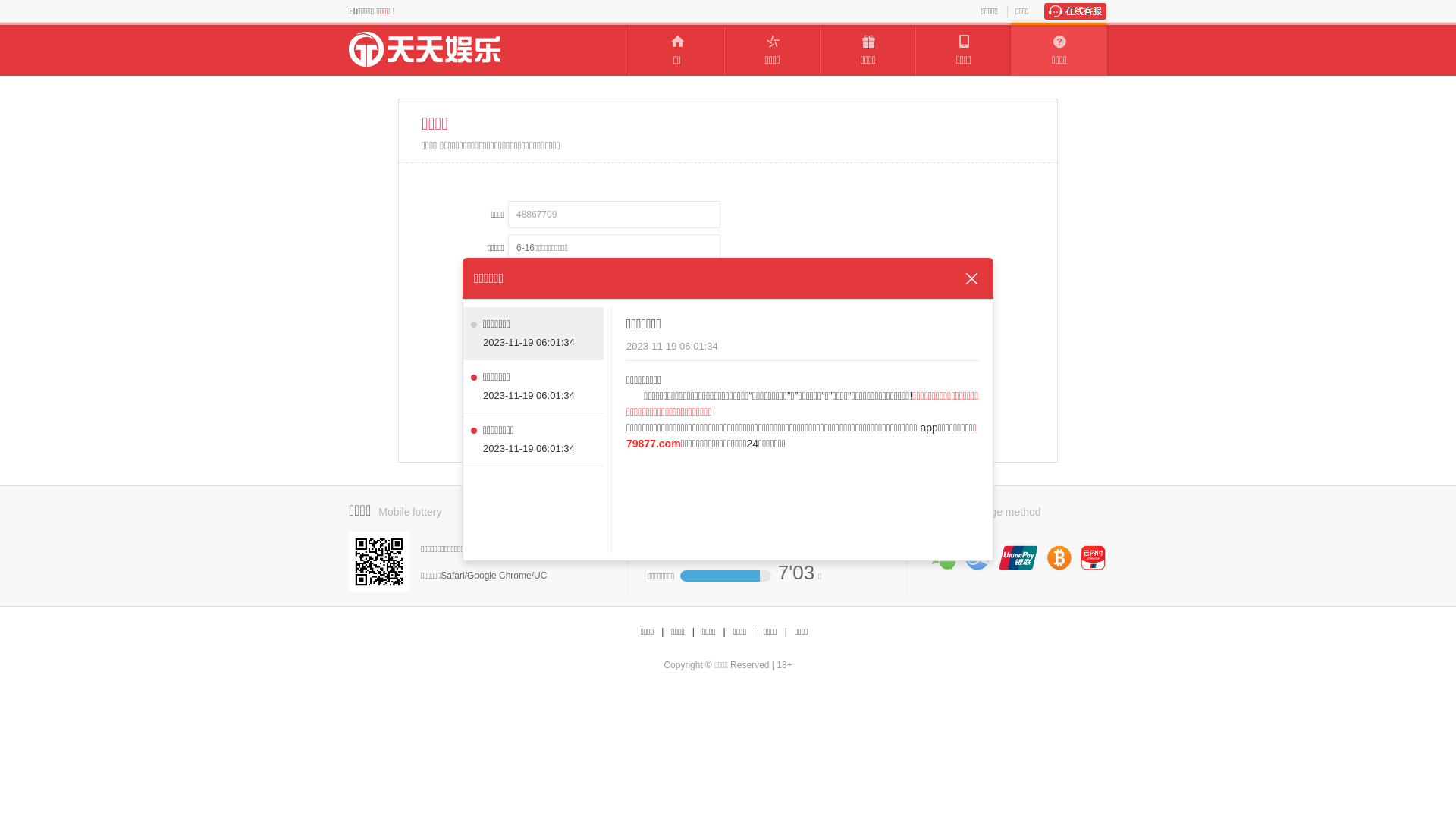  Describe the element at coordinates (691, 632) in the screenshot. I see `'|'` at that location.